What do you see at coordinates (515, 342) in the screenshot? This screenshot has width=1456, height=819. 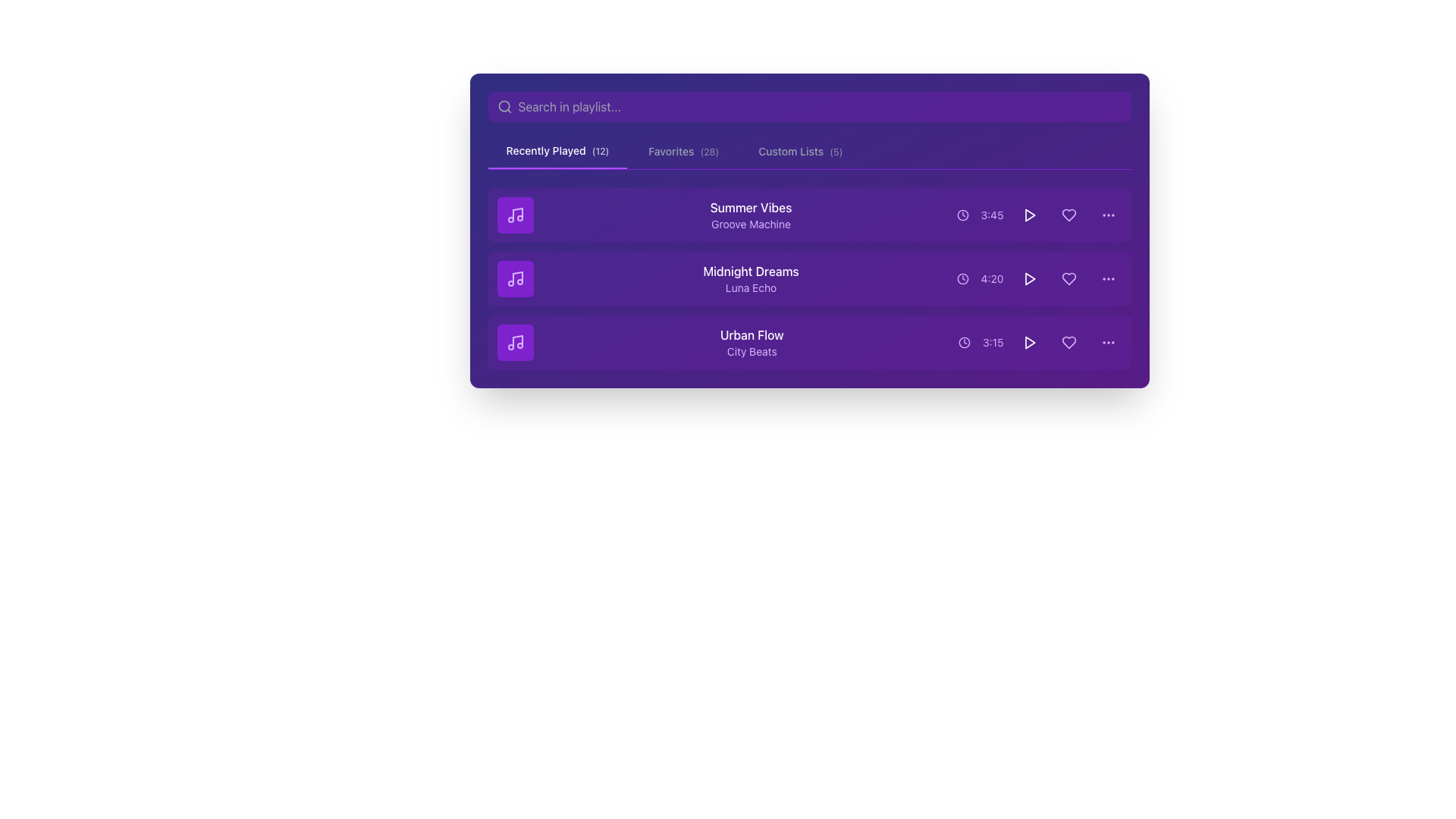 I see `the graphical icon that serves as a visual indicator for a music-related item, positioned last in the vertical list of icons on the left side of the interface, aligning with the 'Urban Flow' item in the track listing` at bounding box center [515, 342].